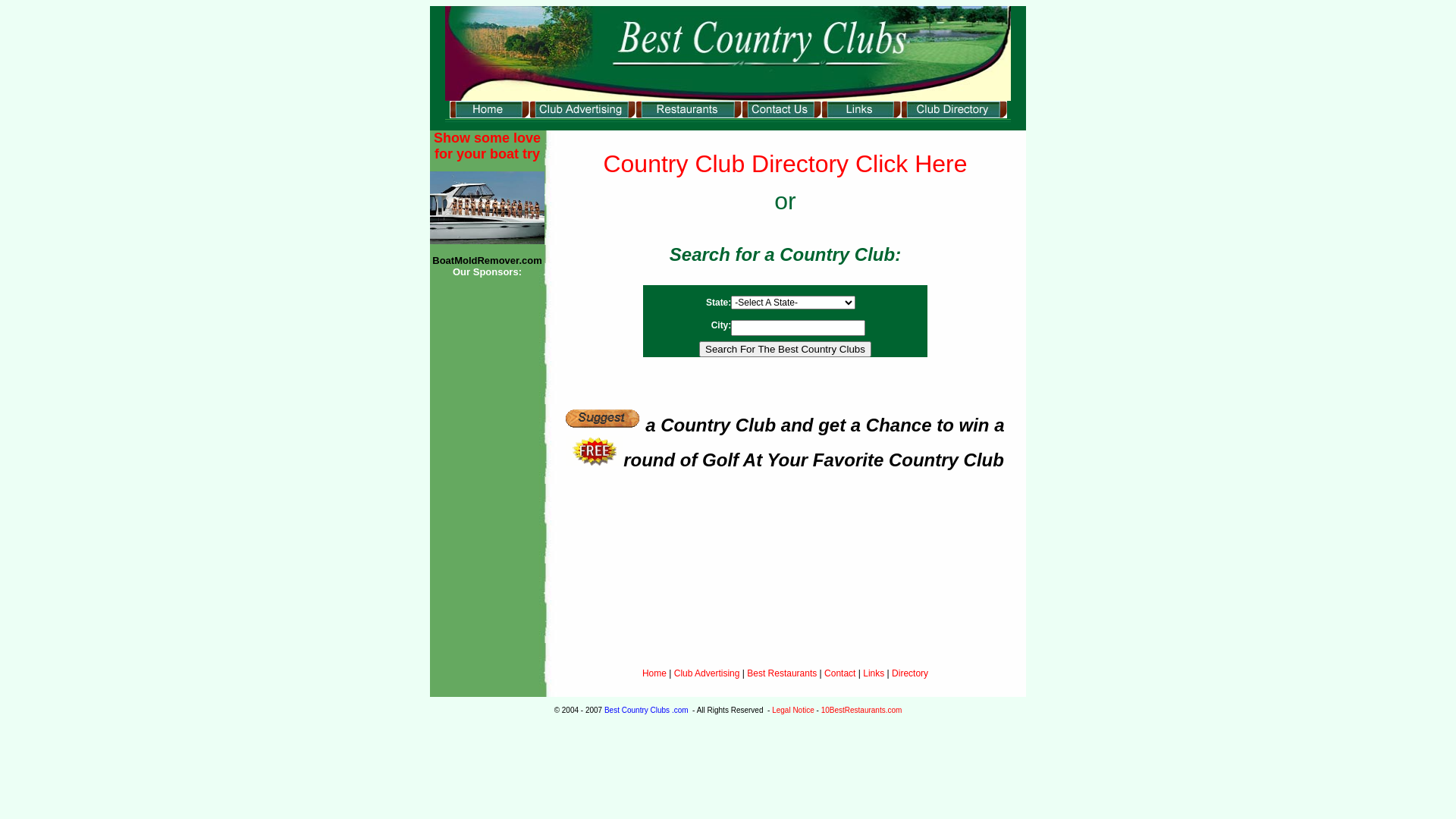 This screenshot has width=1456, height=819. Describe the element at coordinates (839, 672) in the screenshot. I see `'Contact'` at that location.